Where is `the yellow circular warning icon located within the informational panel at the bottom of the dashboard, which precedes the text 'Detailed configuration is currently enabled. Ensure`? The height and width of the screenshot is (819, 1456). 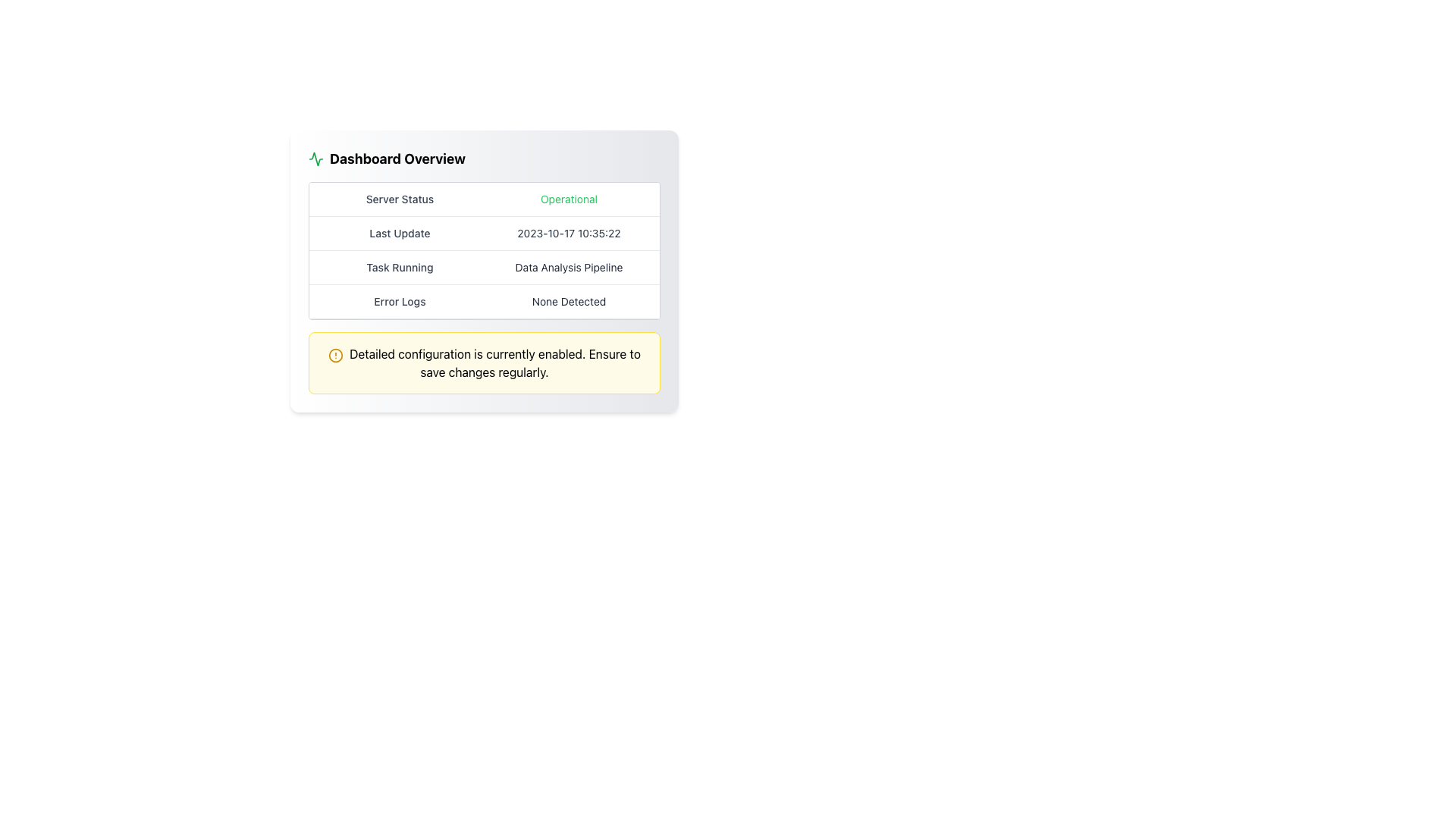
the yellow circular warning icon located within the informational panel at the bottom of the dashboard, which precedes the text 'Detailed configuration is currently enabled. Ensure is located at coordinates (334, 355).